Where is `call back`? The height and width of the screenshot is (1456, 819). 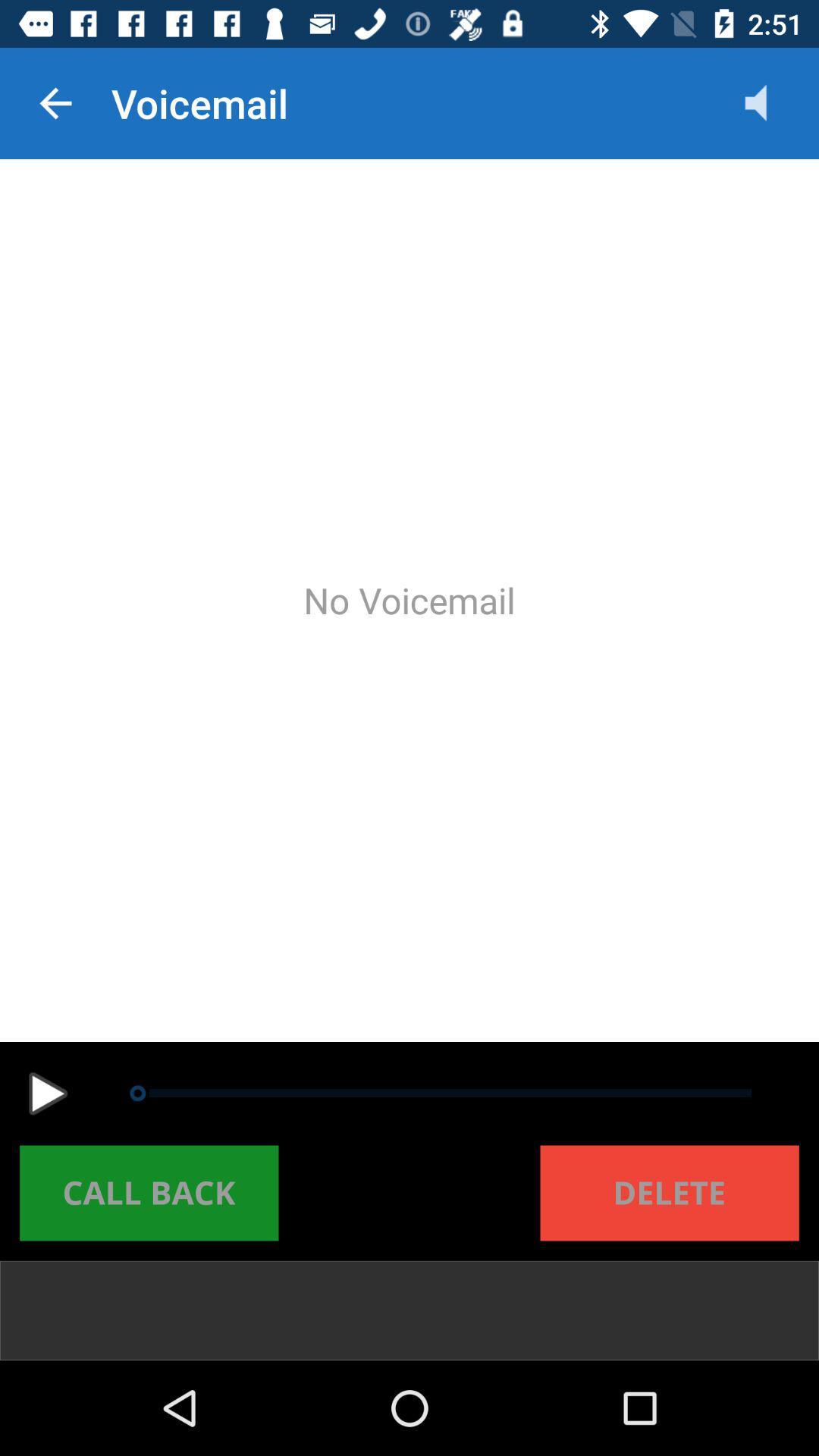
call back is located at coordinates (149, 1192).